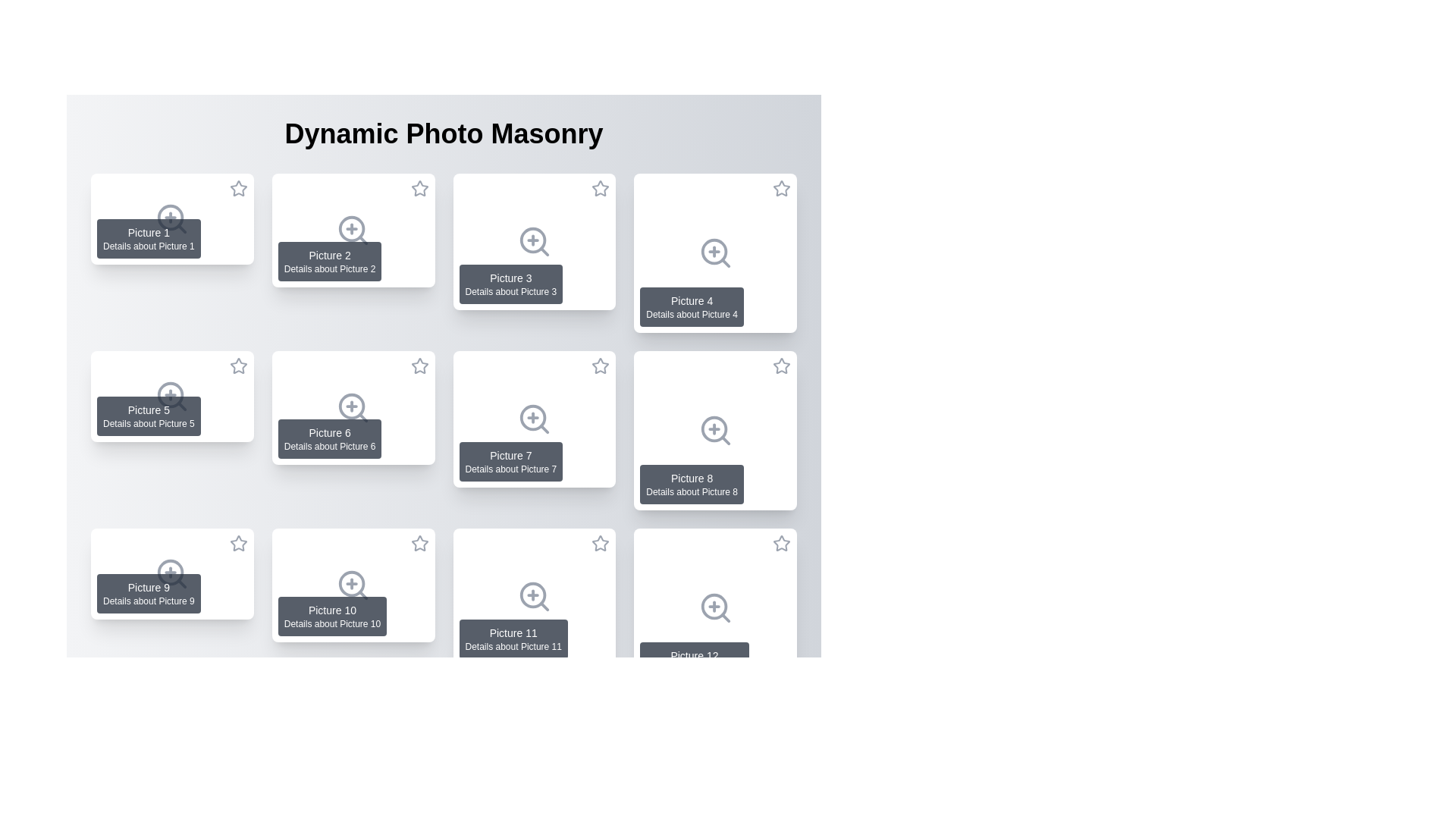 Image resolution: width=1456 pixels, height=819 pixels. Describe the element at coordinates (714, 253) in the screenshot. I see `the icon button displaying a magnifying glass overlaying a plus sign, located in the top-right corner of the fourth card under 'Dynamic Photo Masonry'` at that location.